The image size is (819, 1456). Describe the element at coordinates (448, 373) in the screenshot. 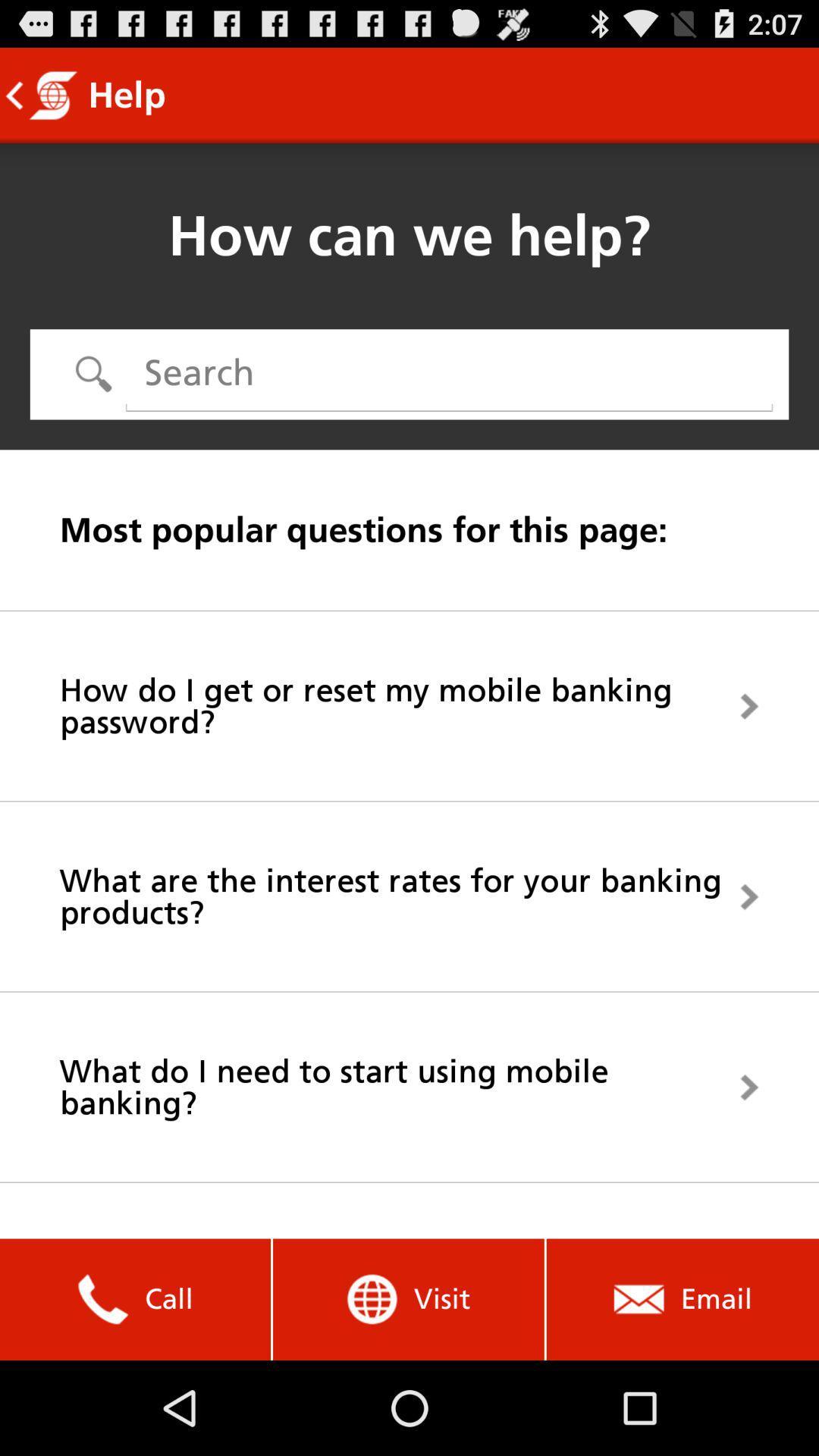

I see `the item below how can we item` at that location.